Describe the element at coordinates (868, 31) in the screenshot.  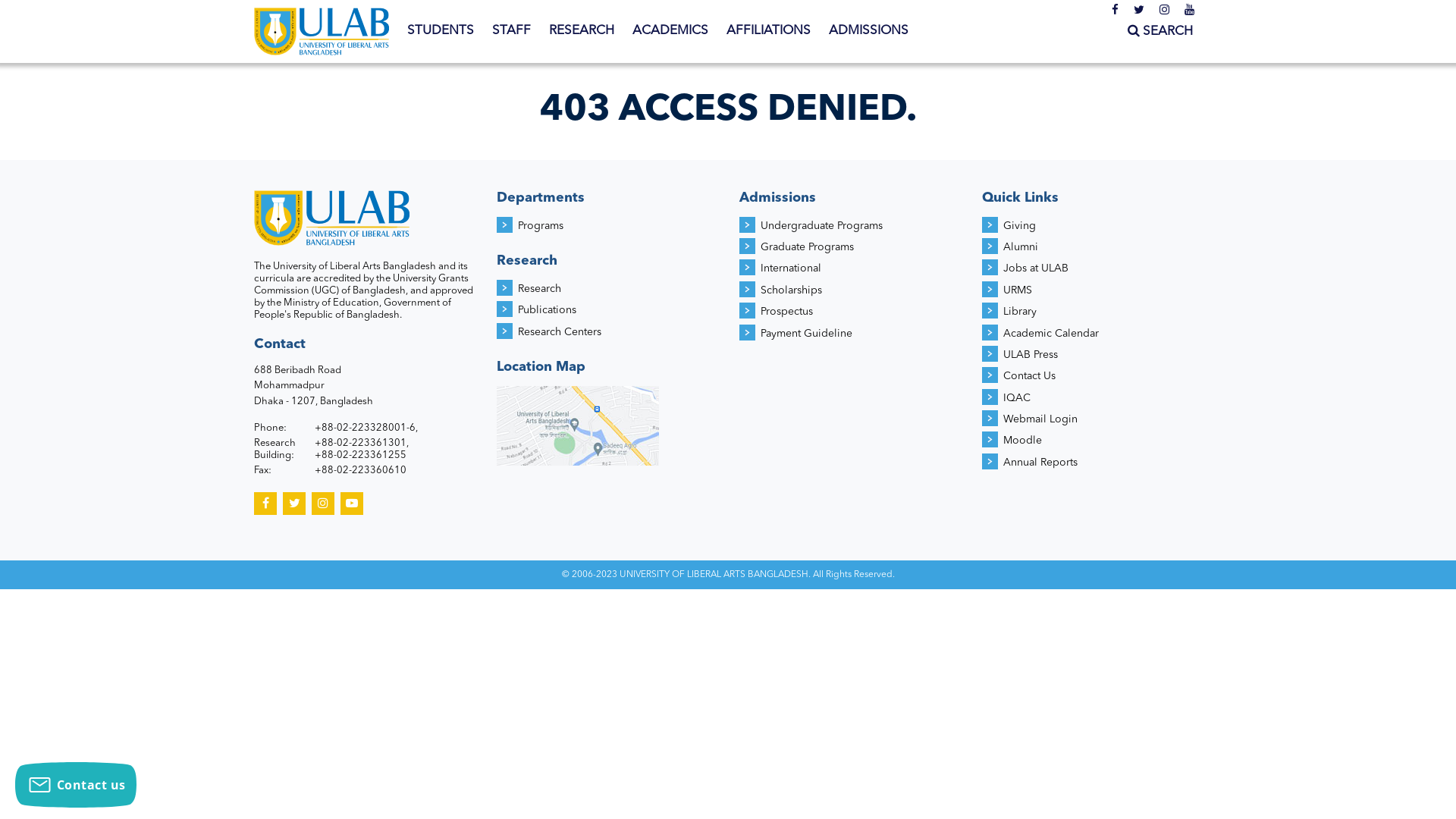
I see `'ADMISSIONS'` at that location.